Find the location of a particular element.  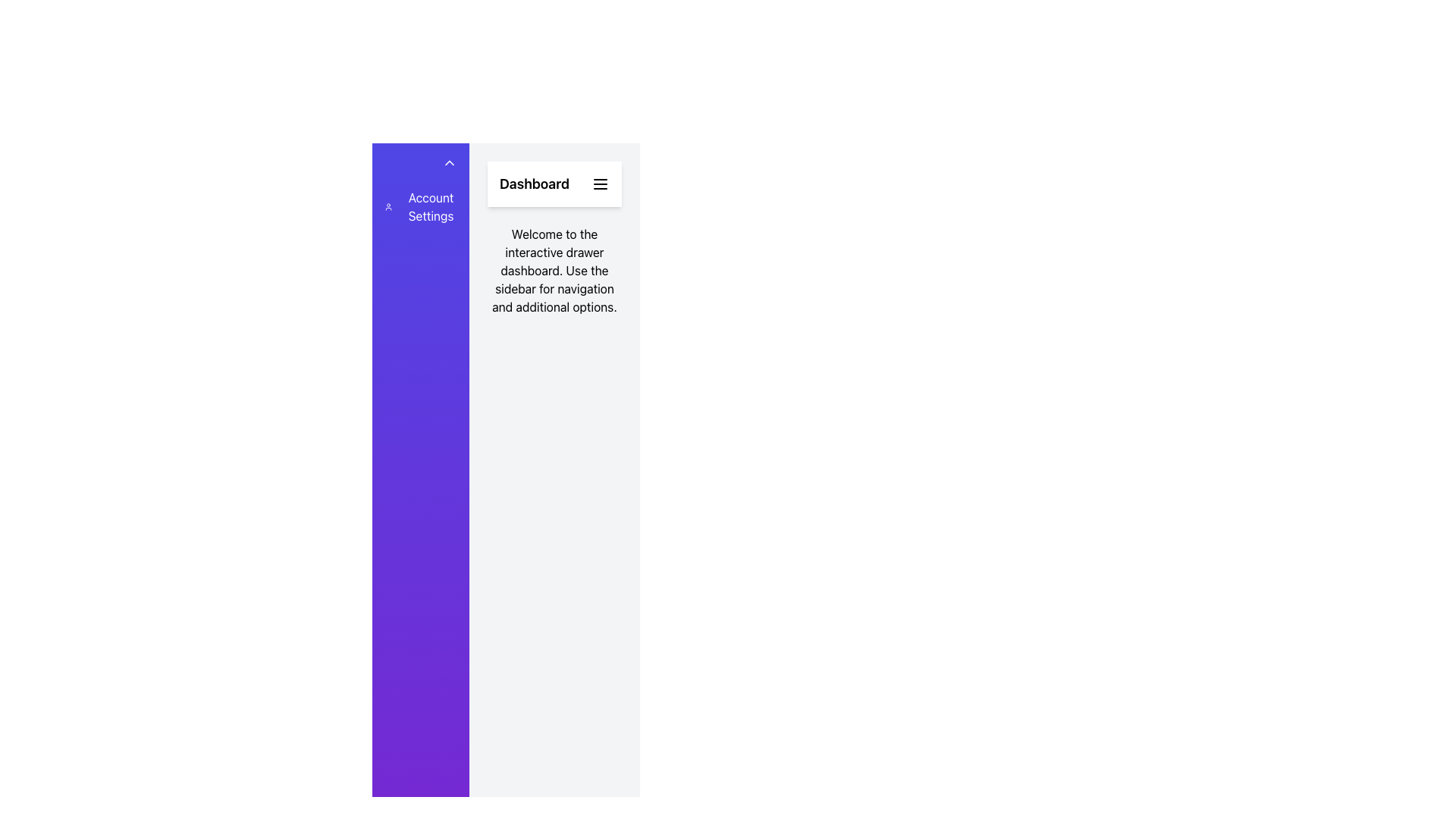

the icon-based button located in the header section to the right of the 'Dashboard' text is located at coordinates (600, 184).